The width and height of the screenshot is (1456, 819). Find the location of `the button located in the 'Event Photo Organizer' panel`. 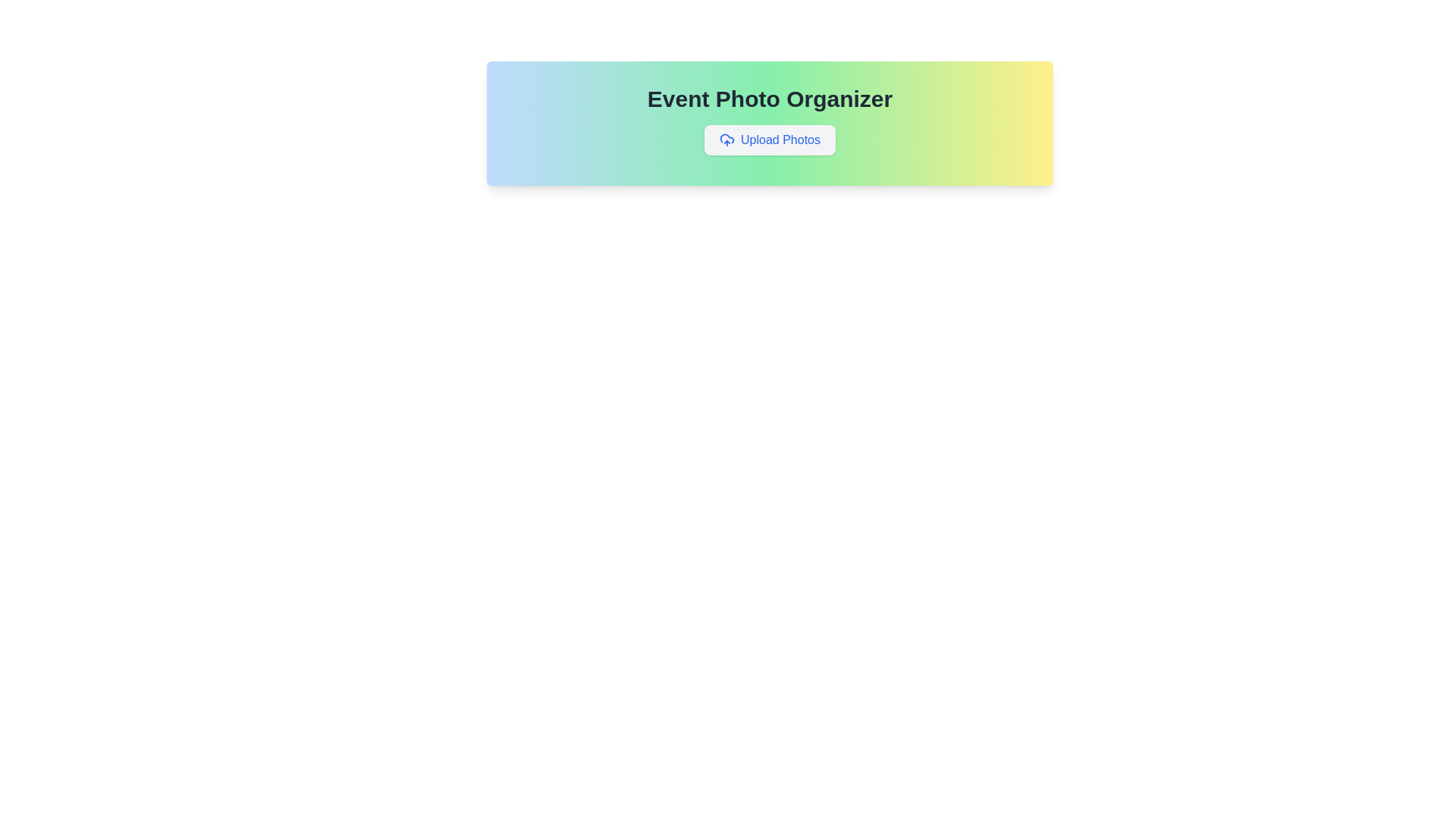

the button located in the 'Event Photo Organizer' panel is located at coordinates (770, 140).